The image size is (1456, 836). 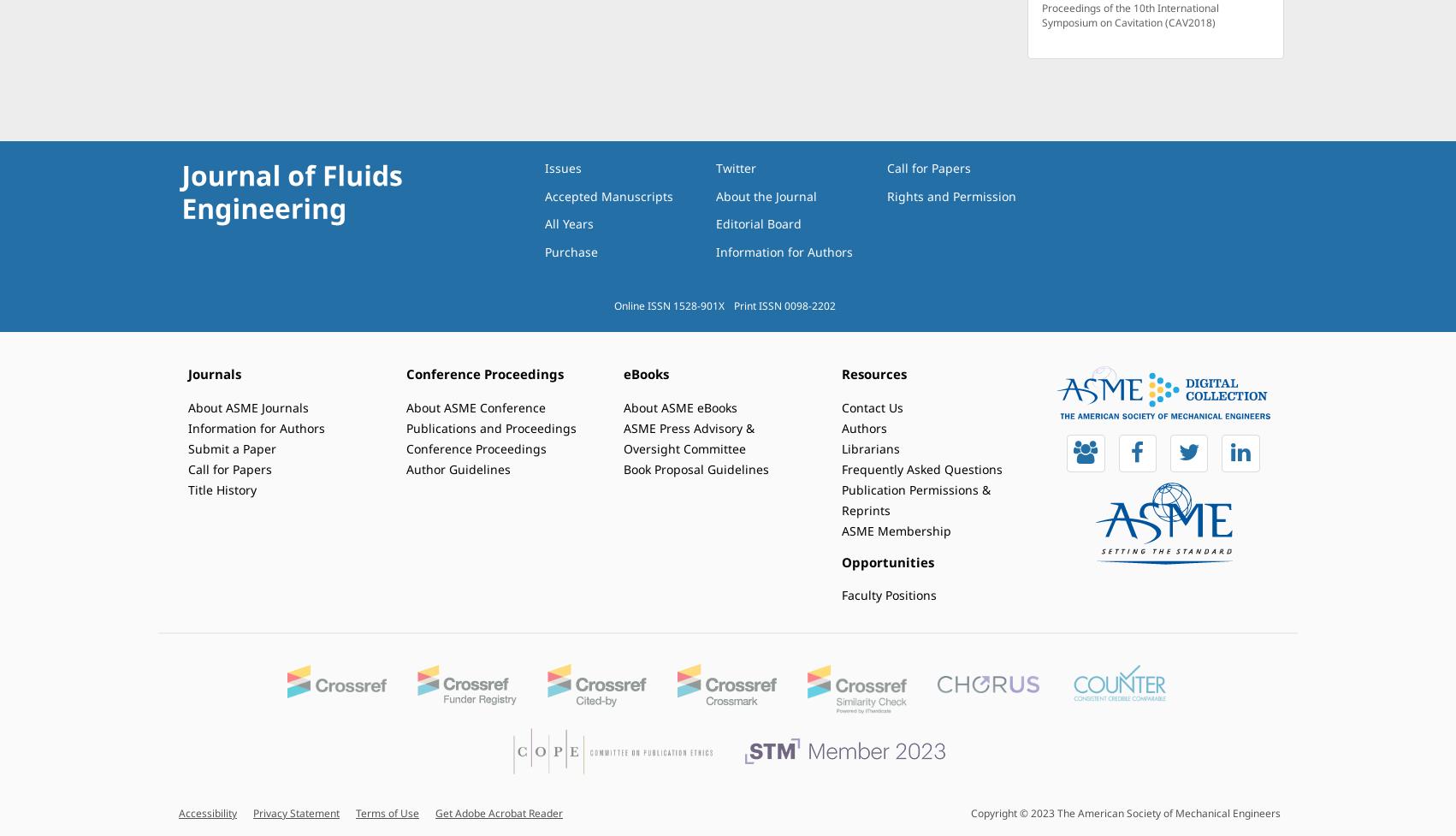 I want to click on 'About ASME Journals', so click(x=248, y=406).